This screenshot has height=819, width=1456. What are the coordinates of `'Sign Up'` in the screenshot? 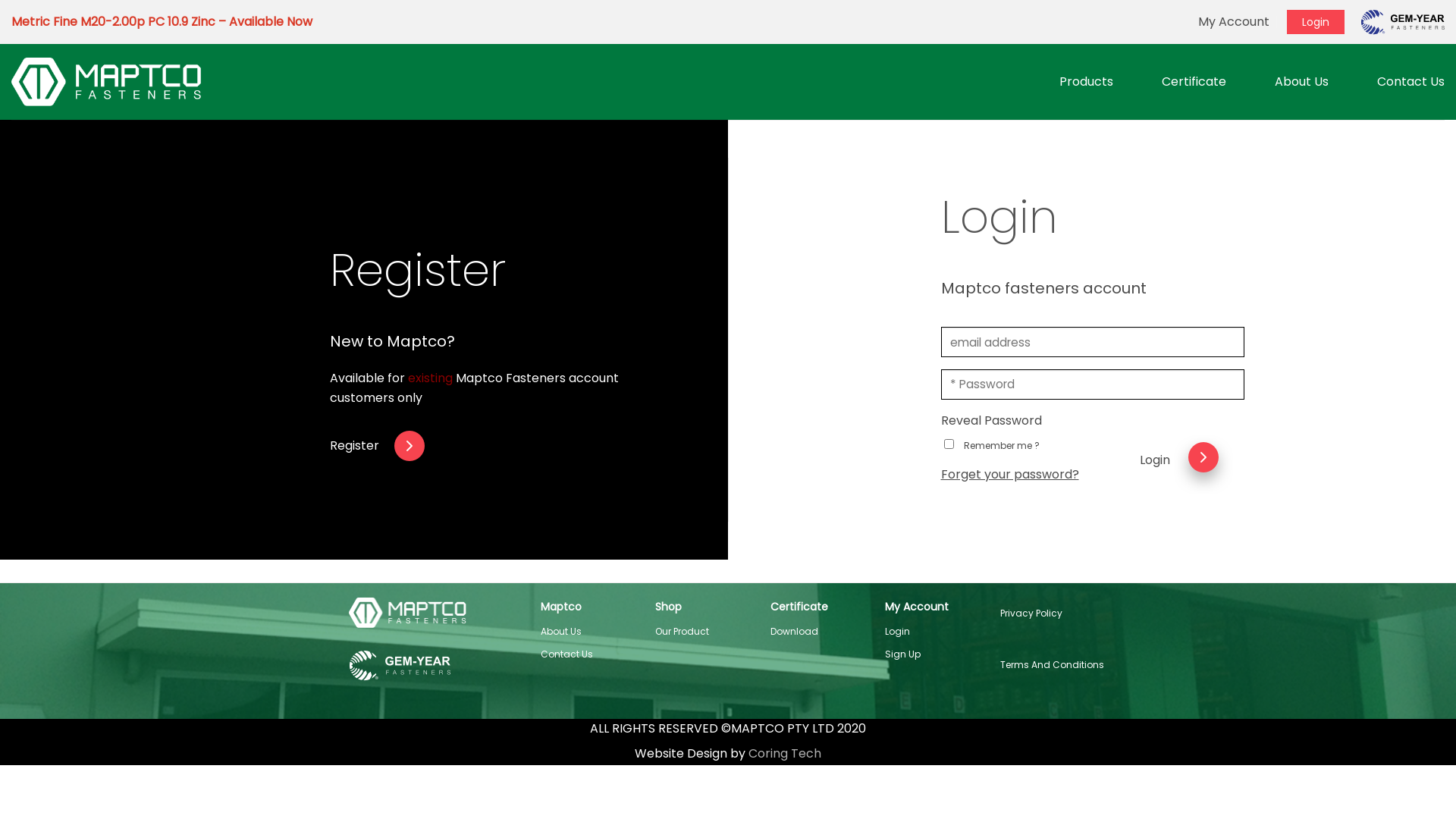 It's located at (902, 653).